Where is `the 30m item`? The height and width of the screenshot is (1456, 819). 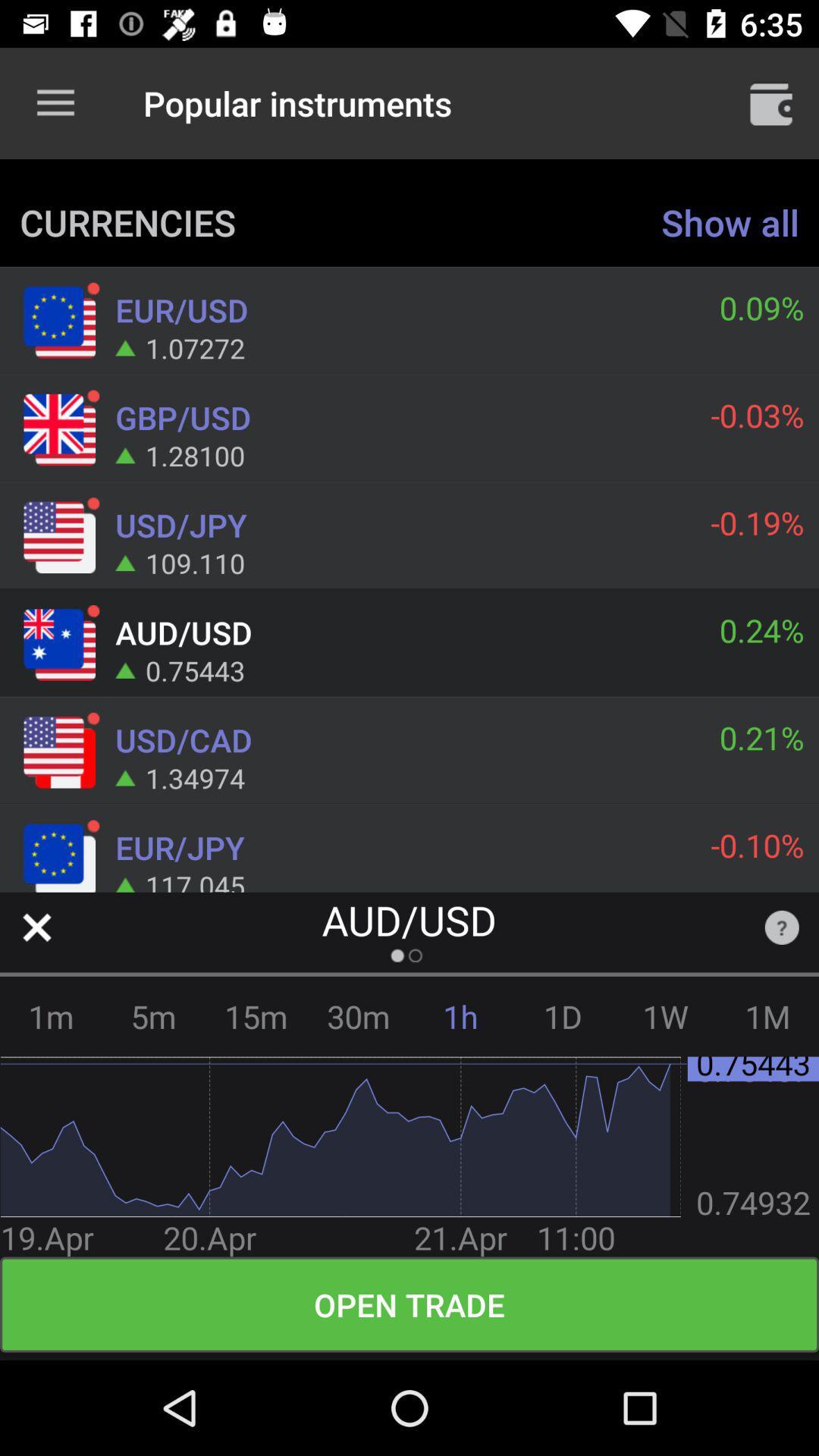
the 30m item is located at coordinates (358, 1016).